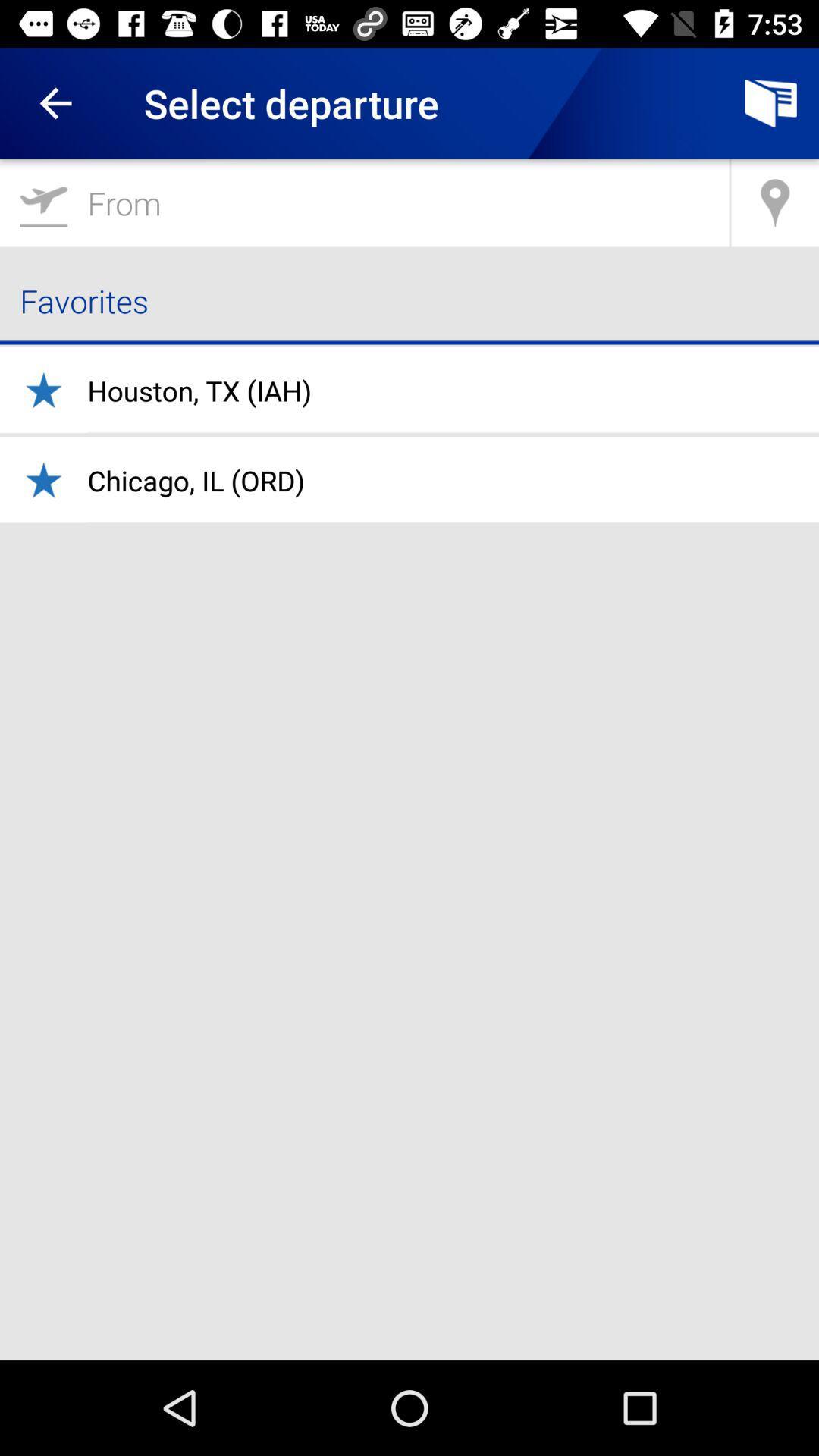 This screenshot has height=1456, width=819. What do you see at coordinates (195, 479) in the screenshot?
I see `the icon below the houston, tx (iah) item` at bounding box center [195, 479].